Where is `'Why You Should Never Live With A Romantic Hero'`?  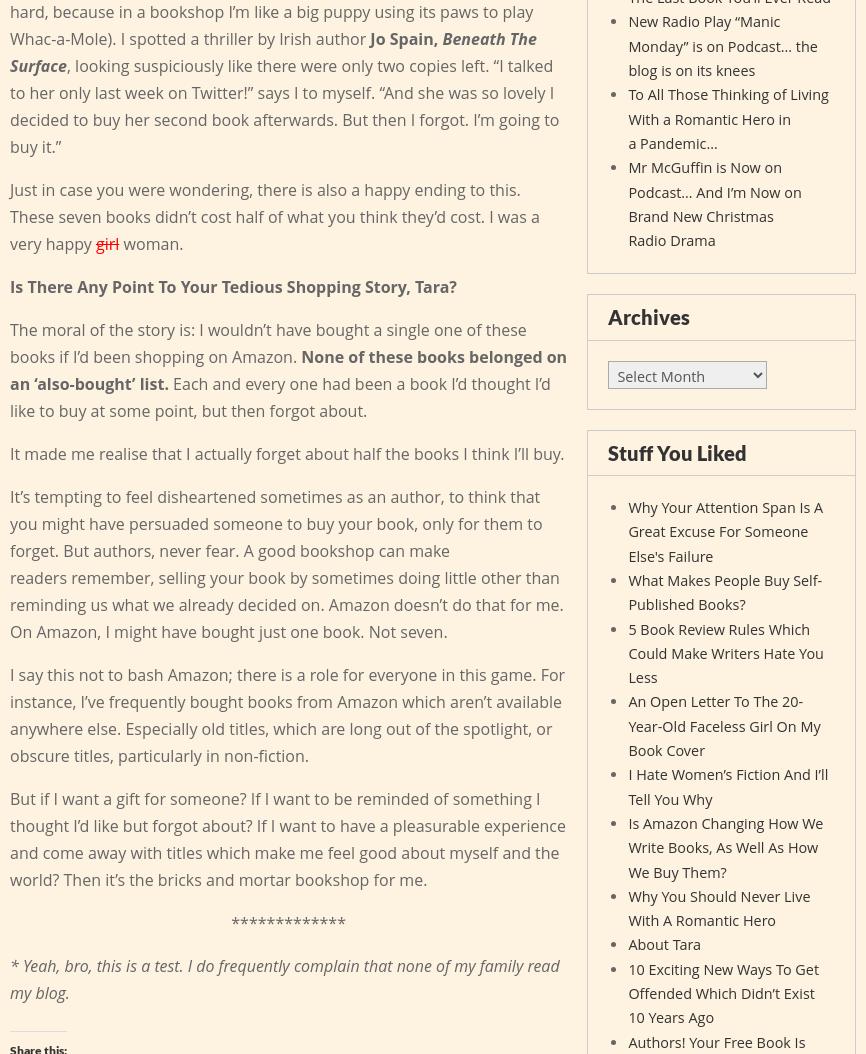
'Why You Should Never Live With A Romantic Hero' is located at coordinates (718, 907).